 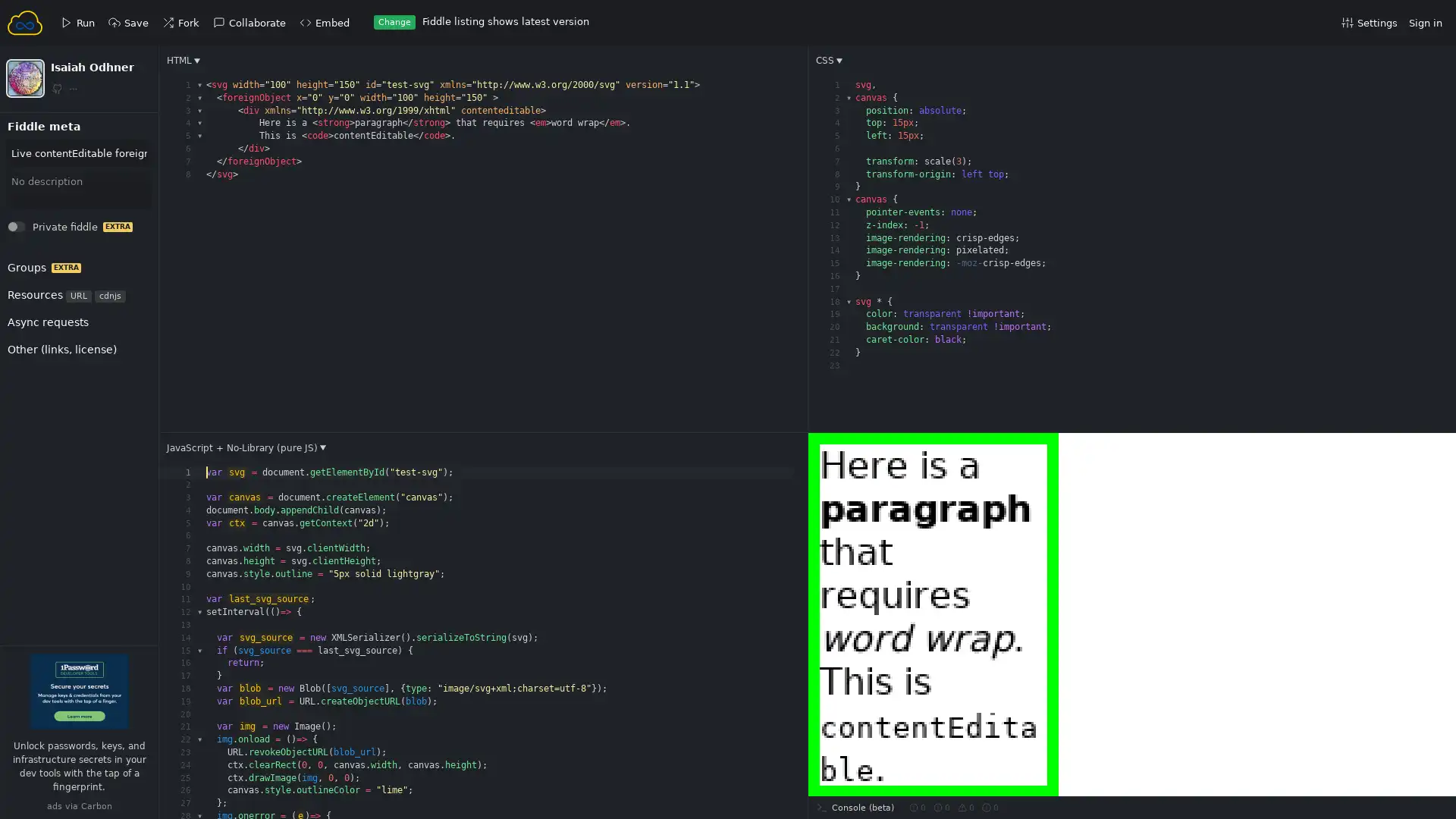 I want to click on Save, so click(x=32, y=163).